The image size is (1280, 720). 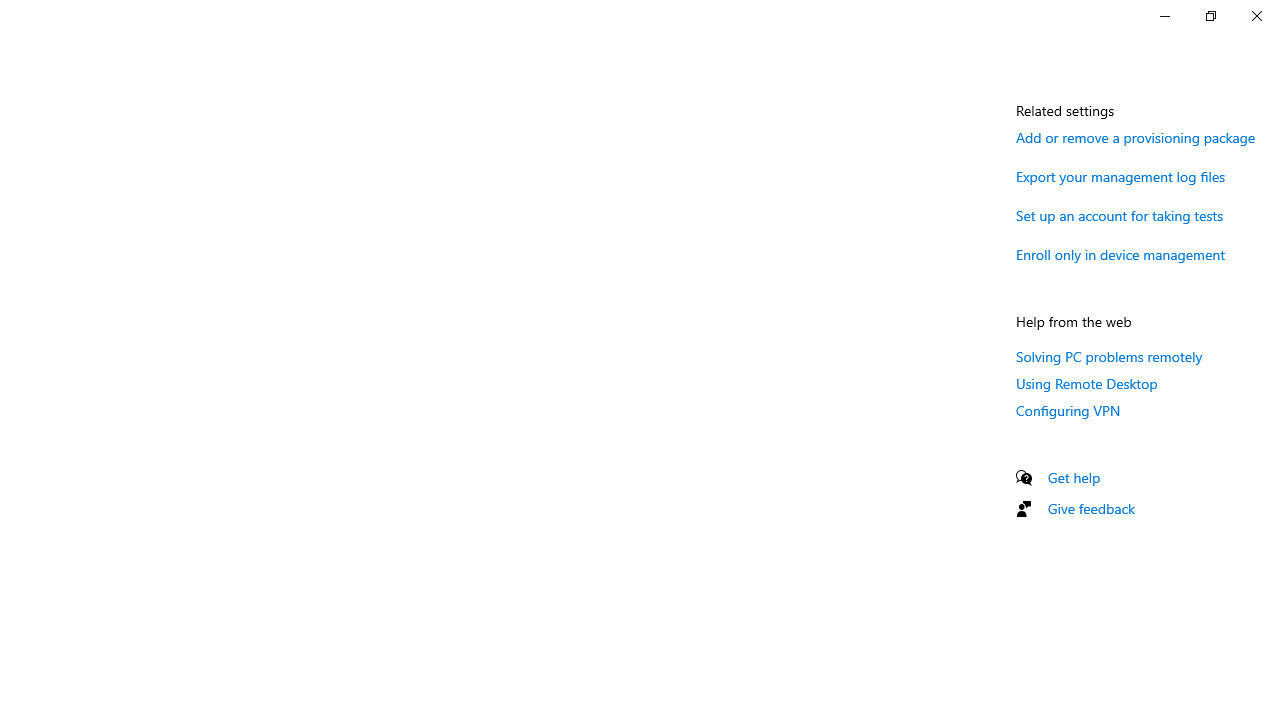 What do you see at coordinates (1090, 507) in the screenshot?
I see `'Give feedback'` at bounding box center [1090, 507].